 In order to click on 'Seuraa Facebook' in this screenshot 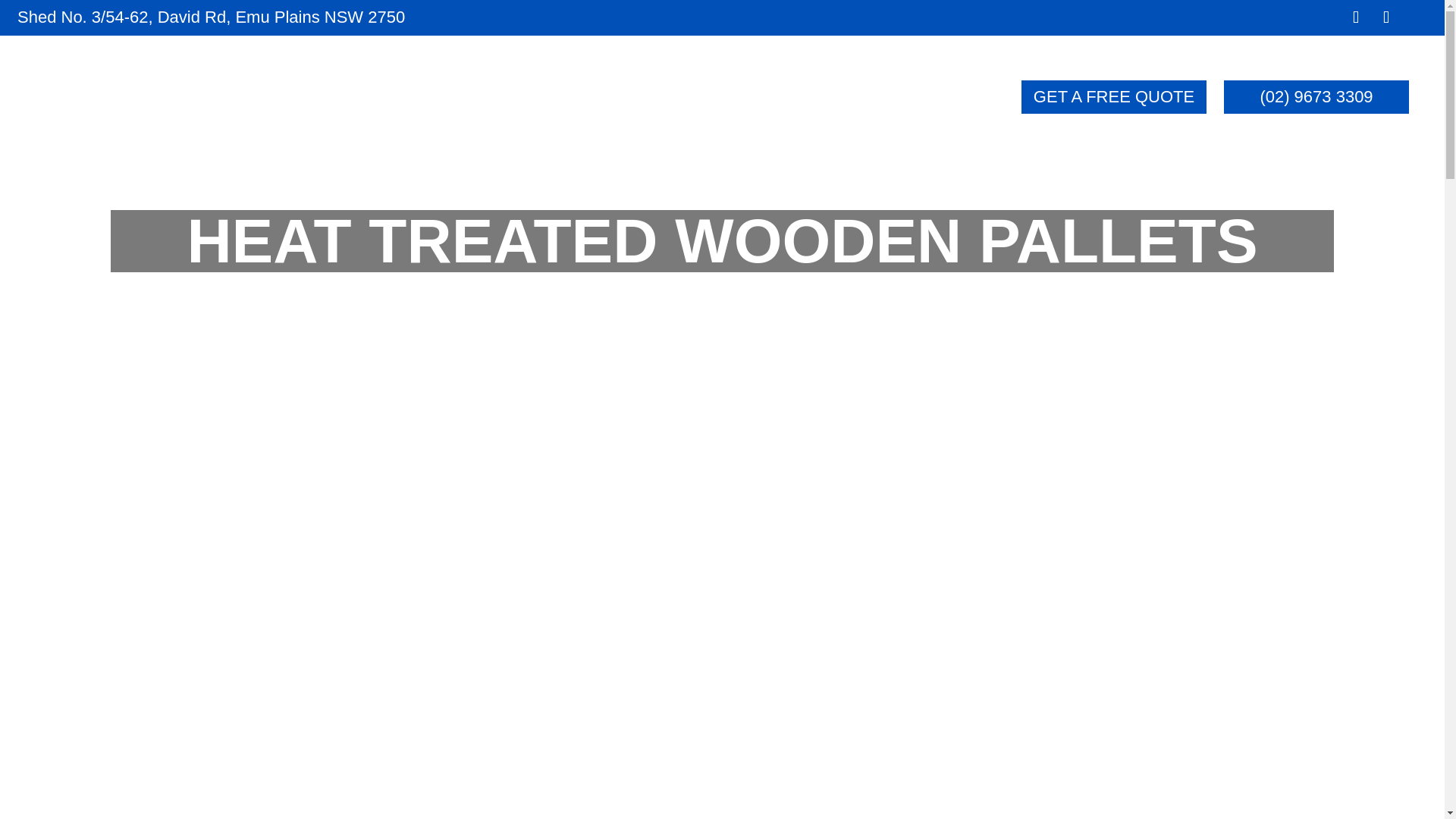, I will do `click(1356, 17)`.